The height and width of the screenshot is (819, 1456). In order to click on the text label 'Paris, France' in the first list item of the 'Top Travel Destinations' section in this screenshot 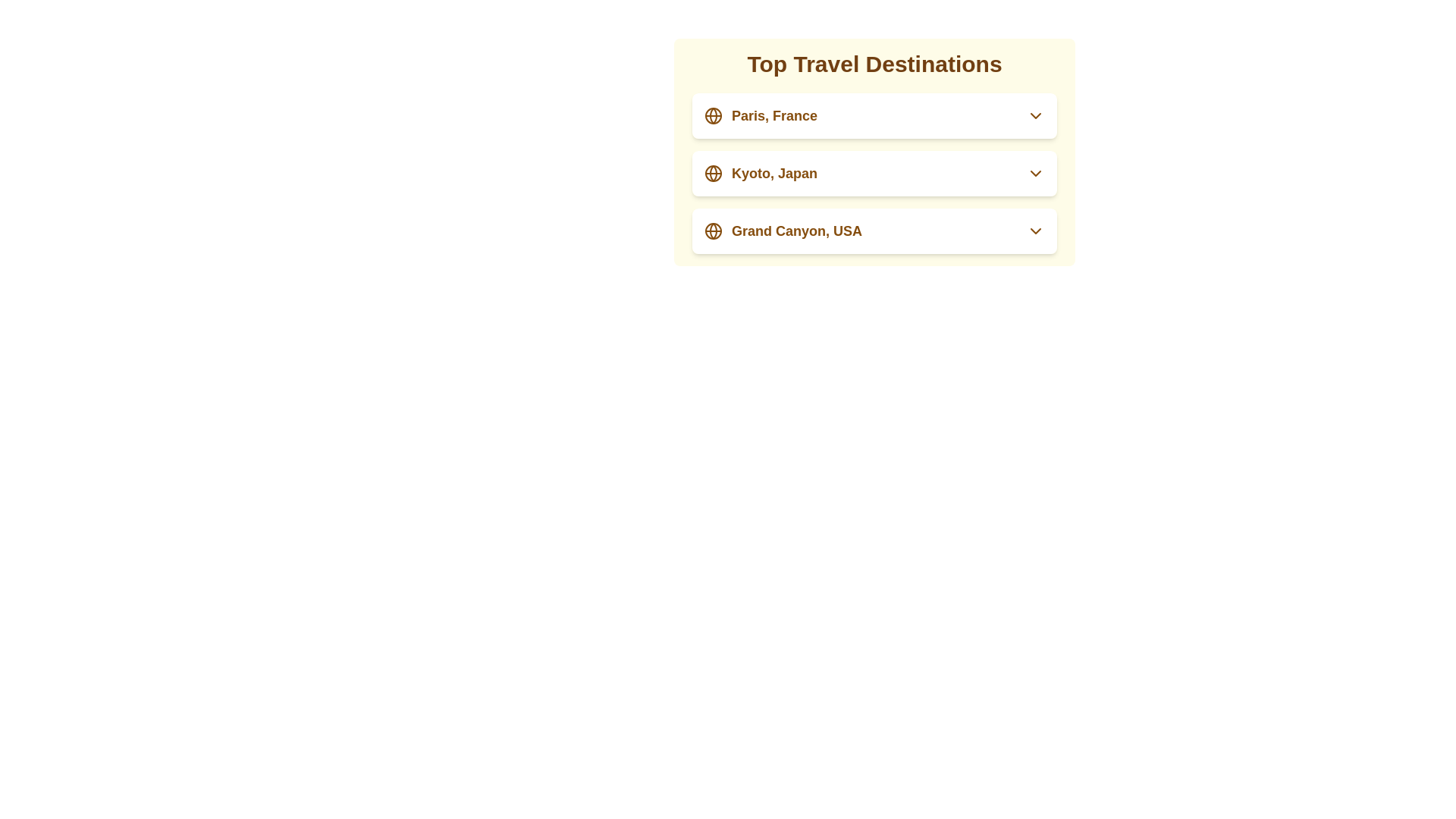, I will do `click(761, 115)`.